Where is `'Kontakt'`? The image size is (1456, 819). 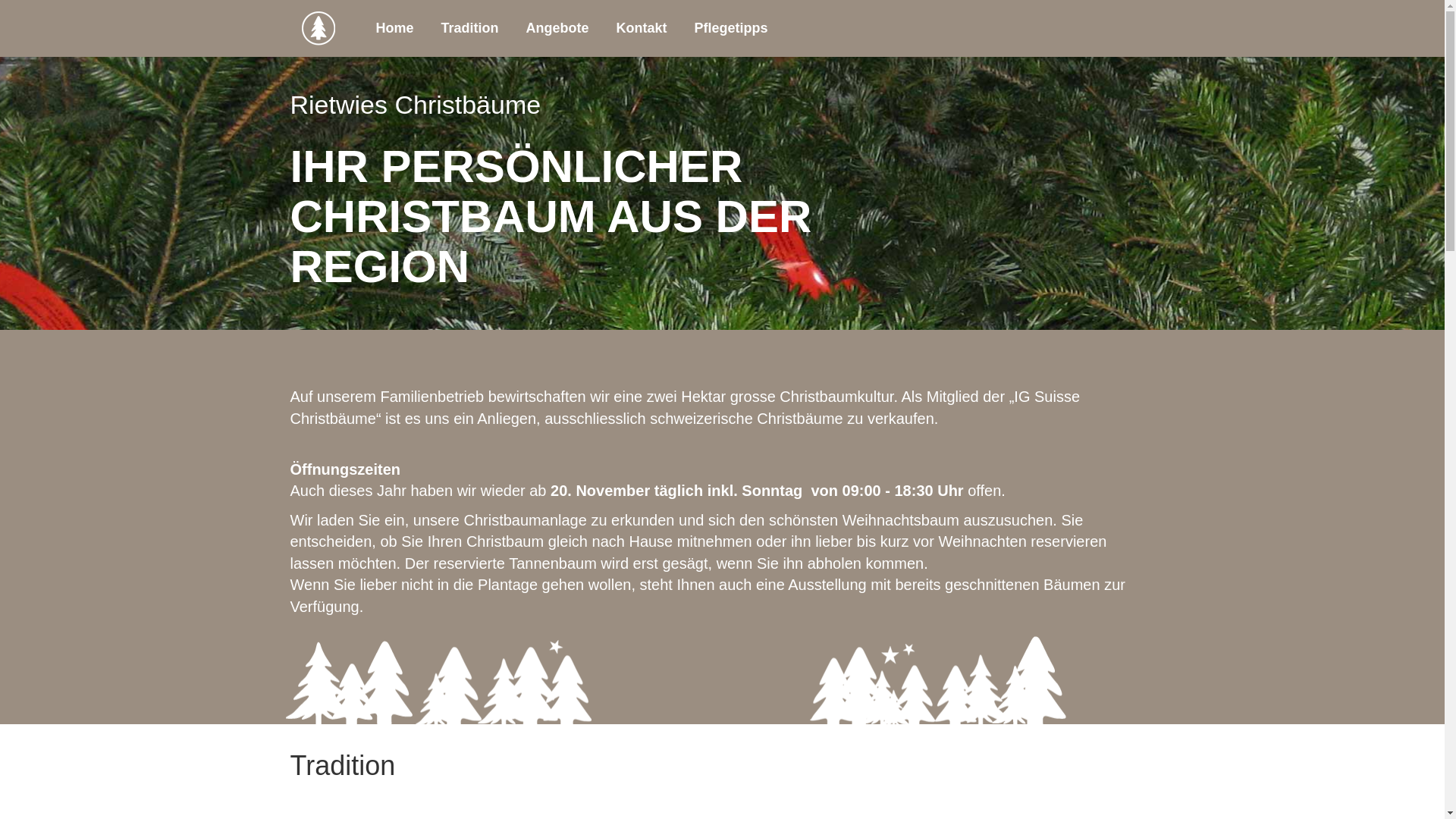
'Kontakt' is located at coordinates (642, 28).